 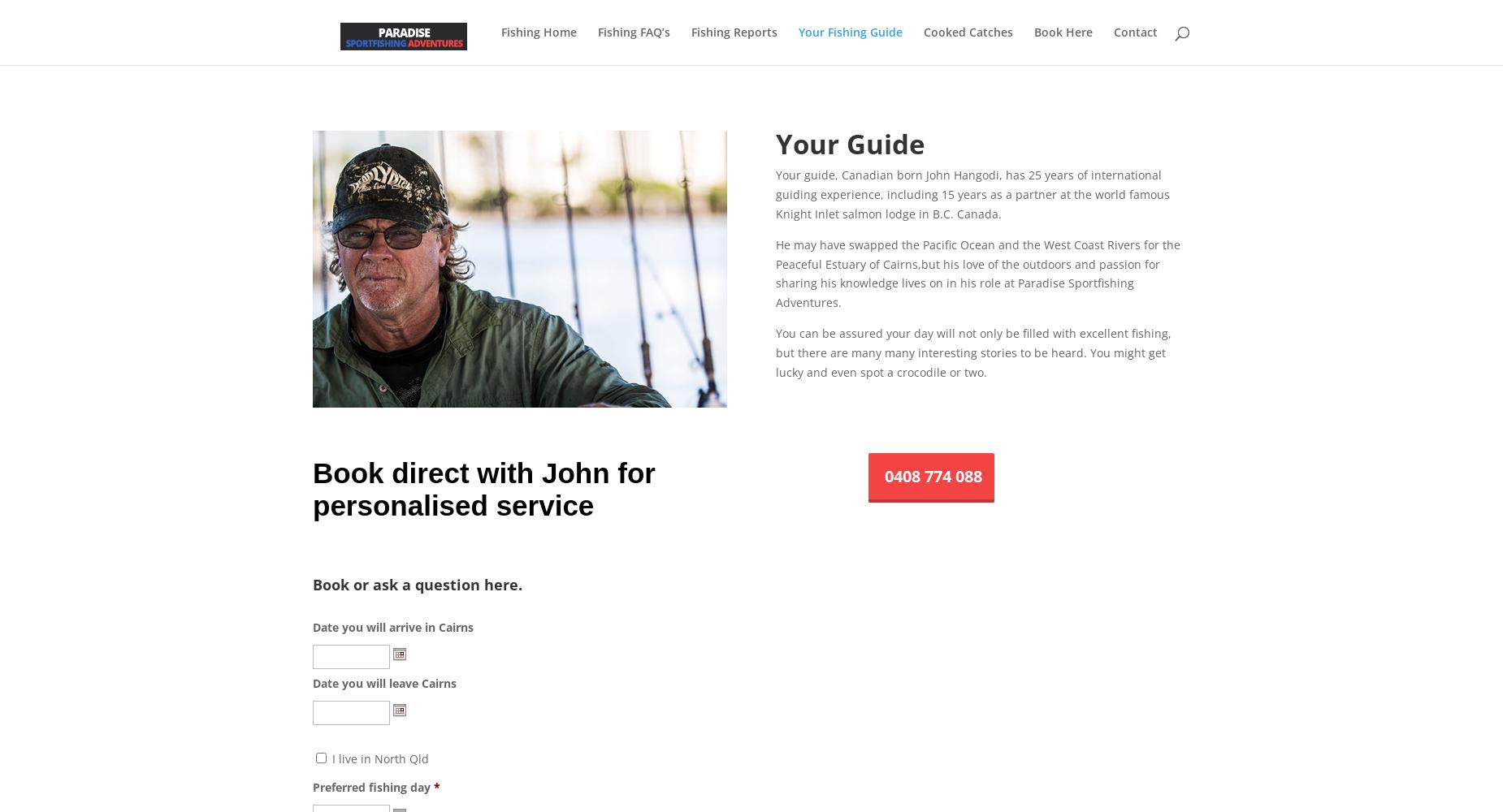 I want to click on 'Fishing Reports', so click(x=734, y=32).